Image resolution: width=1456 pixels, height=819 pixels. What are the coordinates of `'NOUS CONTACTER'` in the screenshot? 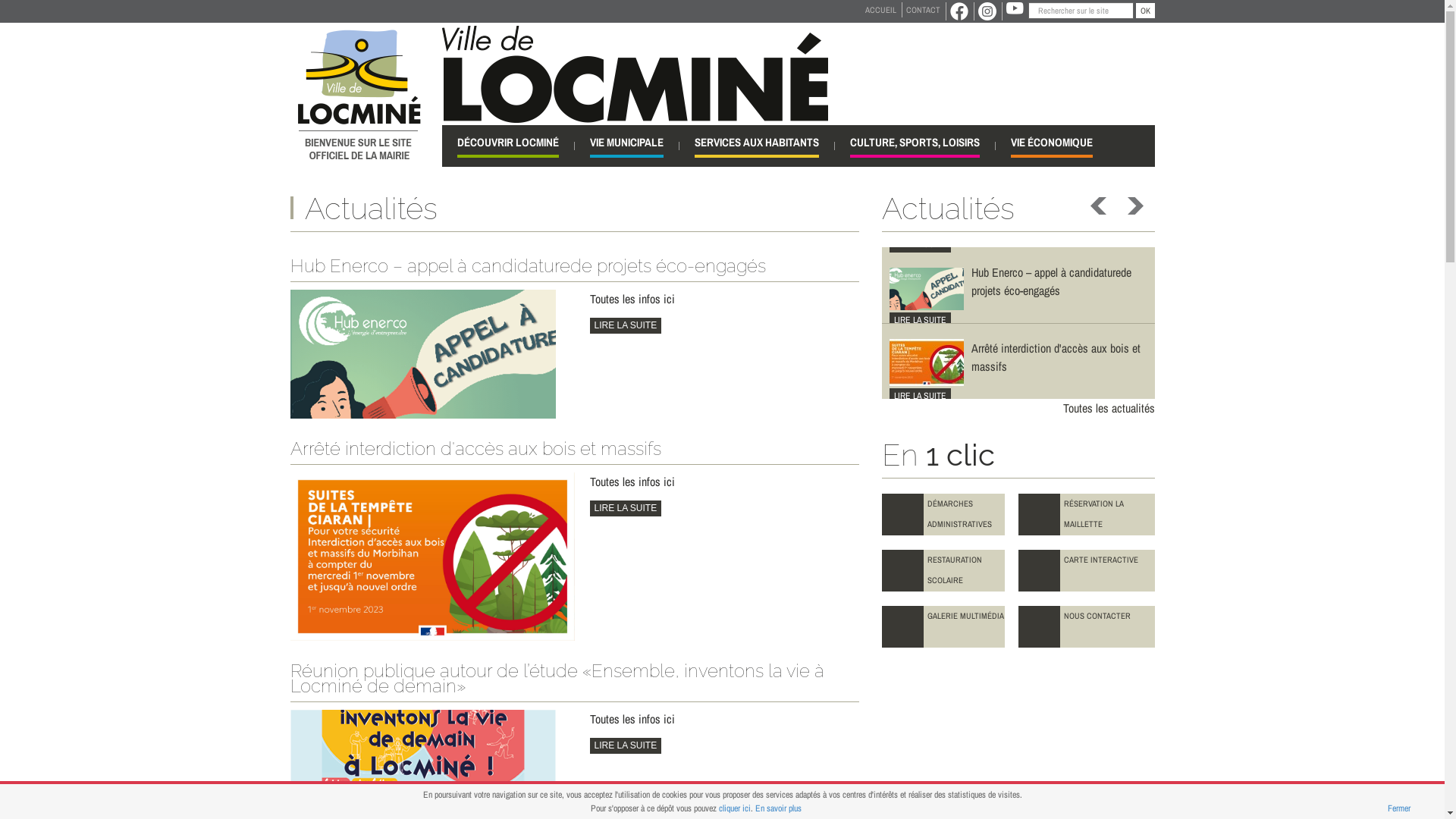 It's located at (1084, 626).